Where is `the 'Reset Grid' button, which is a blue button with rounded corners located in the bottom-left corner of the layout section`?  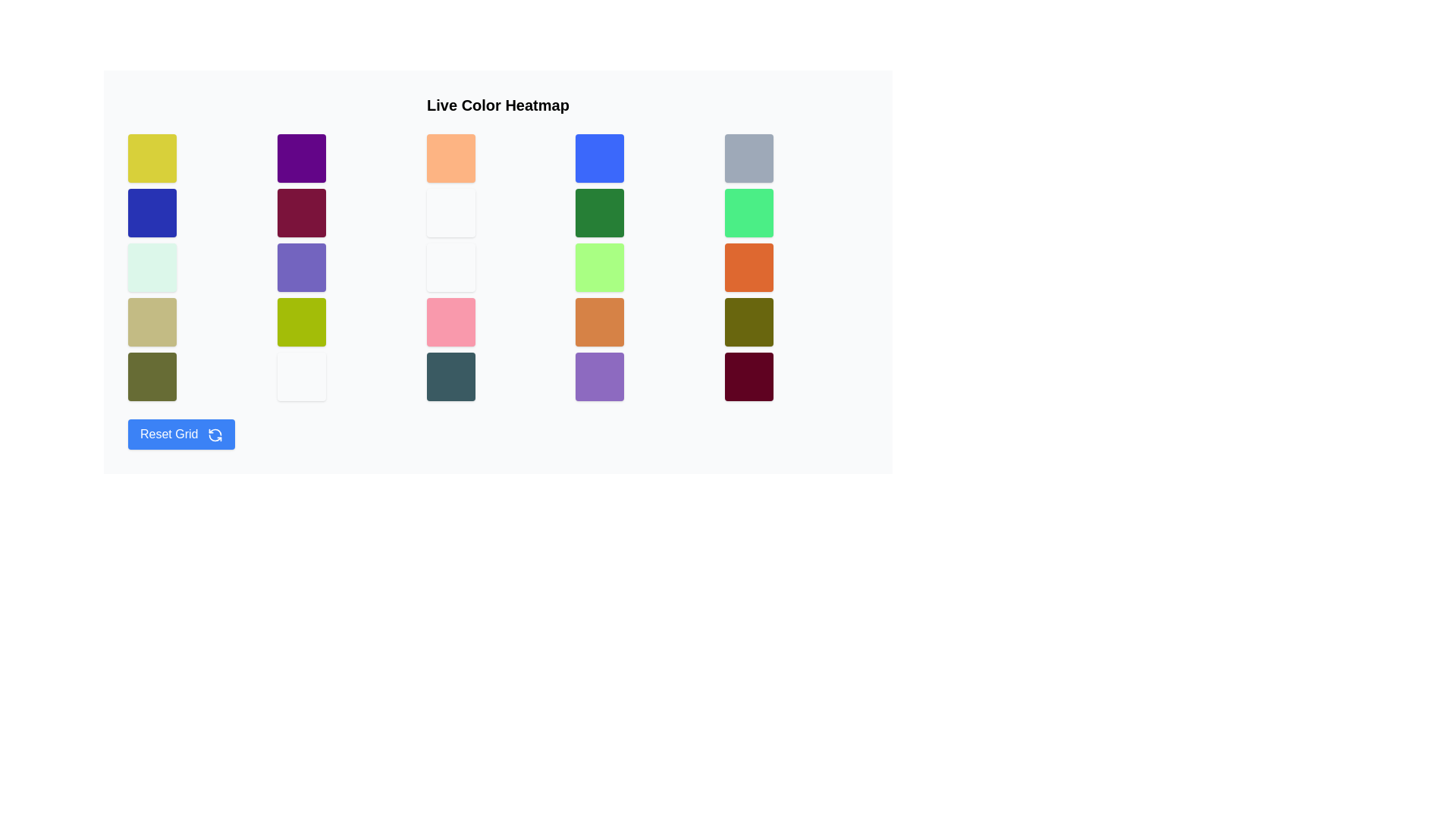 the 'Reset Grid' button, which is a blue button with rounded corners located in the bottom-left corner of the layout section is located at coordinates (181, 435).